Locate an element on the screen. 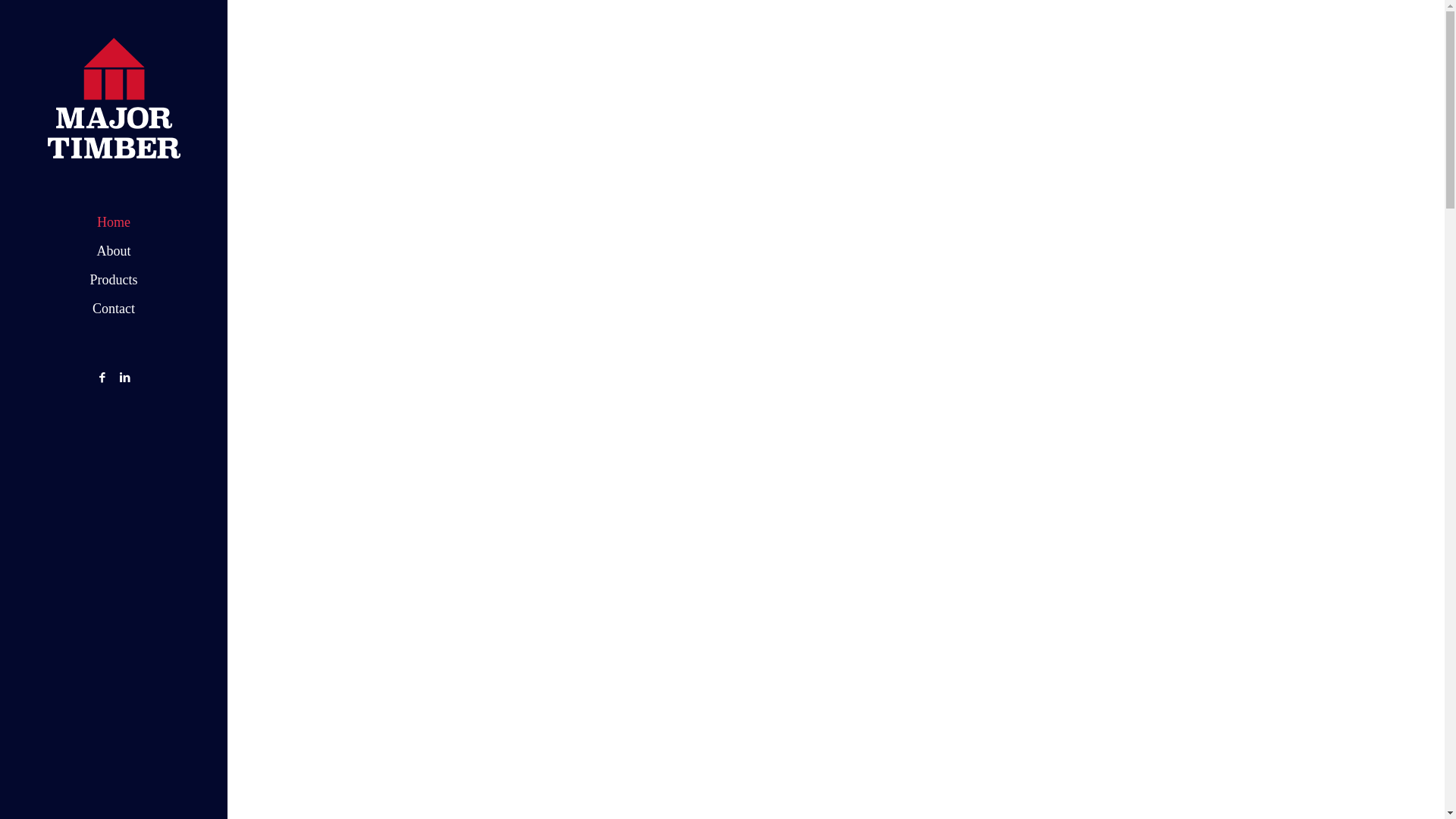 This screenshot has width=1456, height=819. 'Major Timber' is located at coordinates (0, 98).